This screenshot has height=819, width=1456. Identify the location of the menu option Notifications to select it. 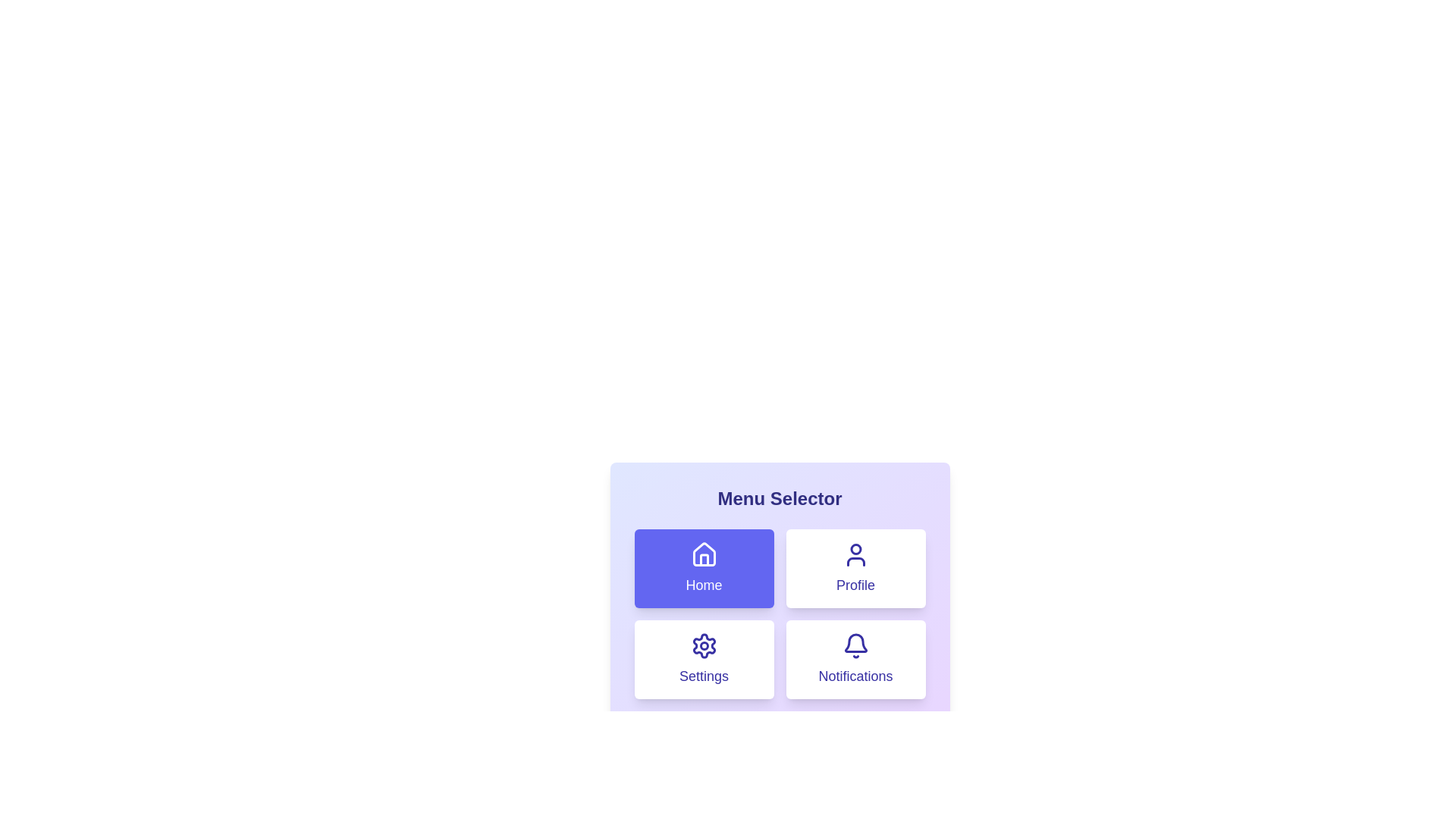
(855, 659).